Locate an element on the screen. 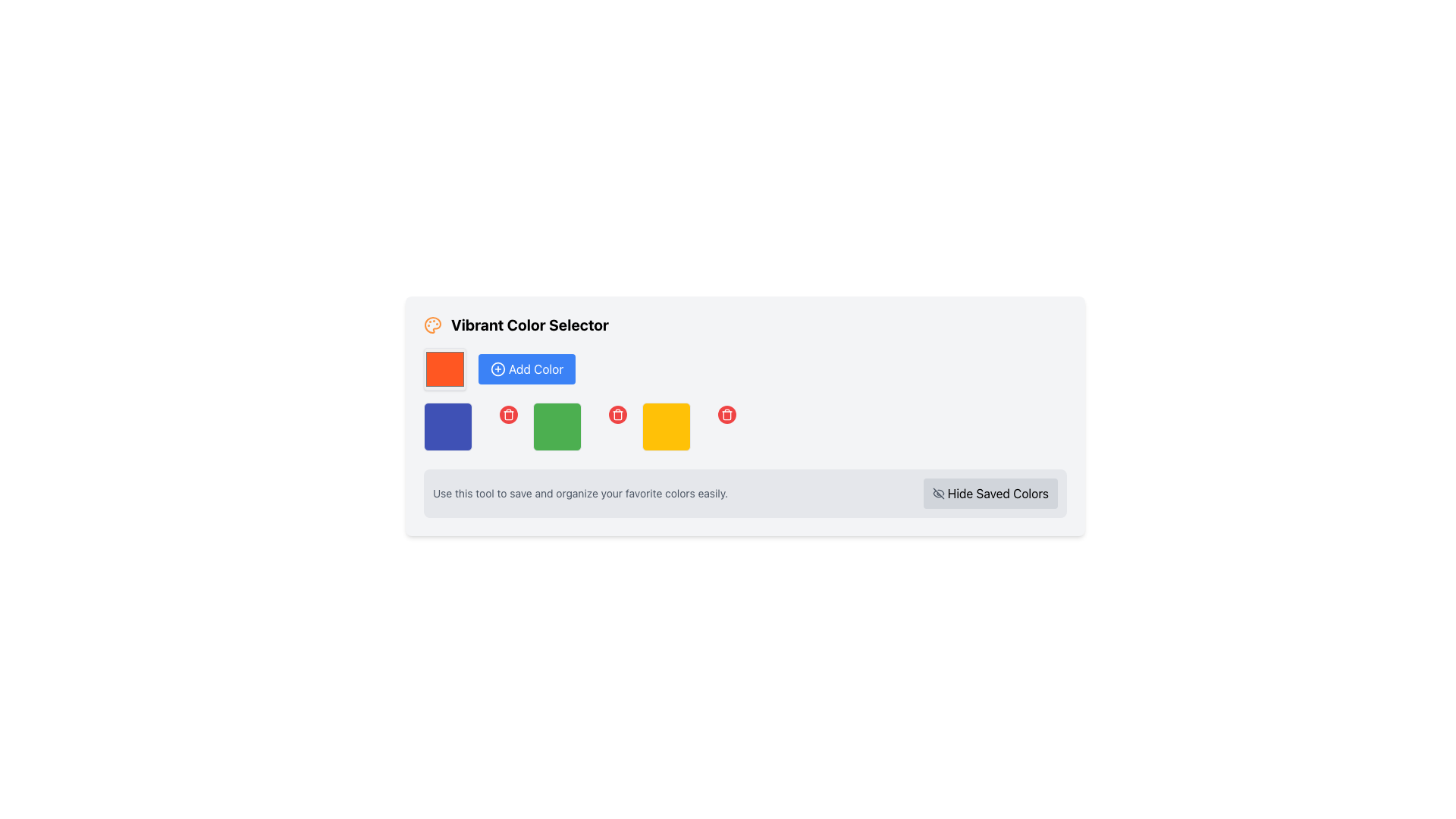  to select the third green square in the grid layout, which has rounded corners and a transparent background is located at coordinates (581, 427).